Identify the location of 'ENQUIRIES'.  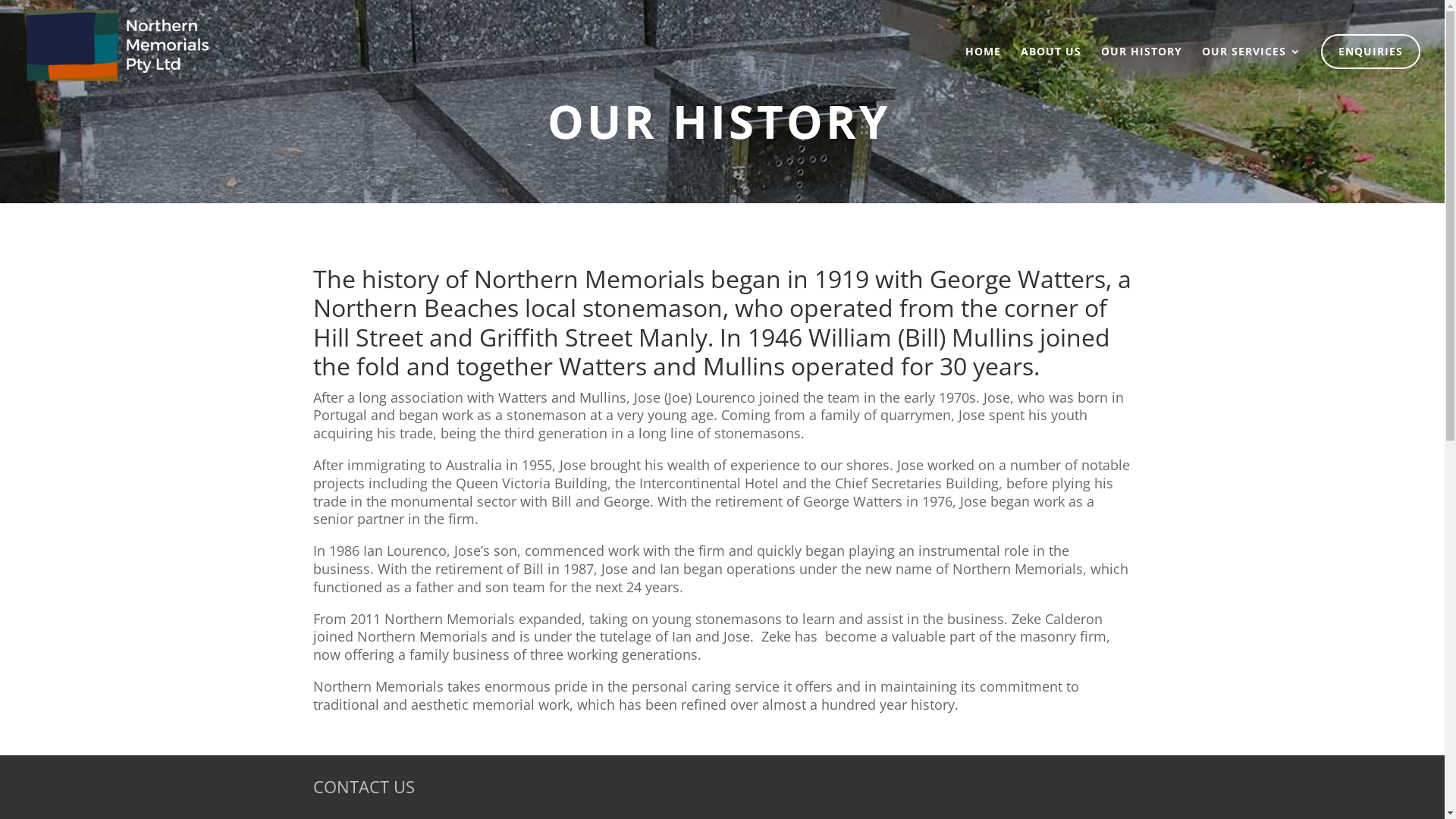
(1370, 51).